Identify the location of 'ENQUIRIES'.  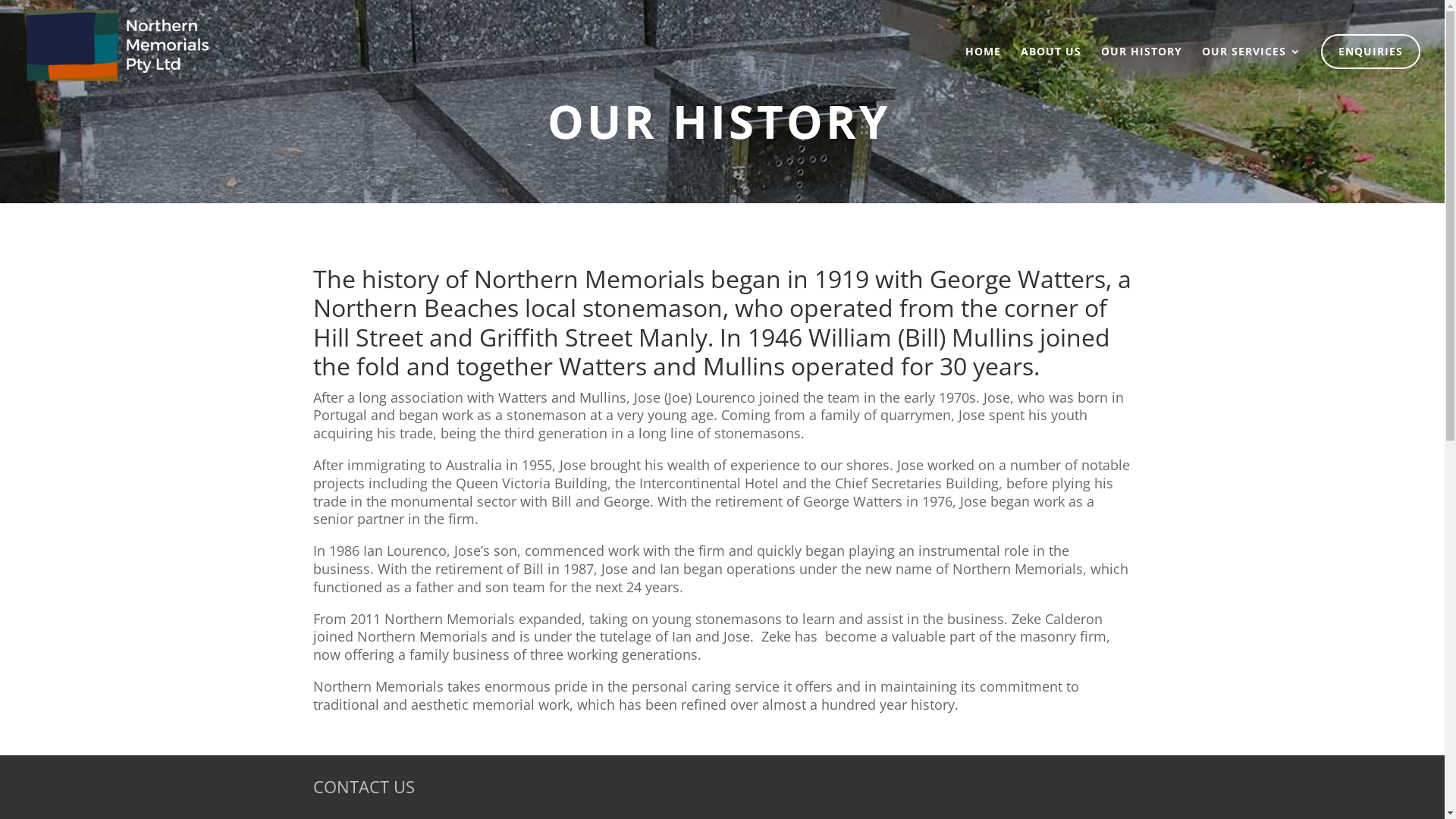
(1370, 51).